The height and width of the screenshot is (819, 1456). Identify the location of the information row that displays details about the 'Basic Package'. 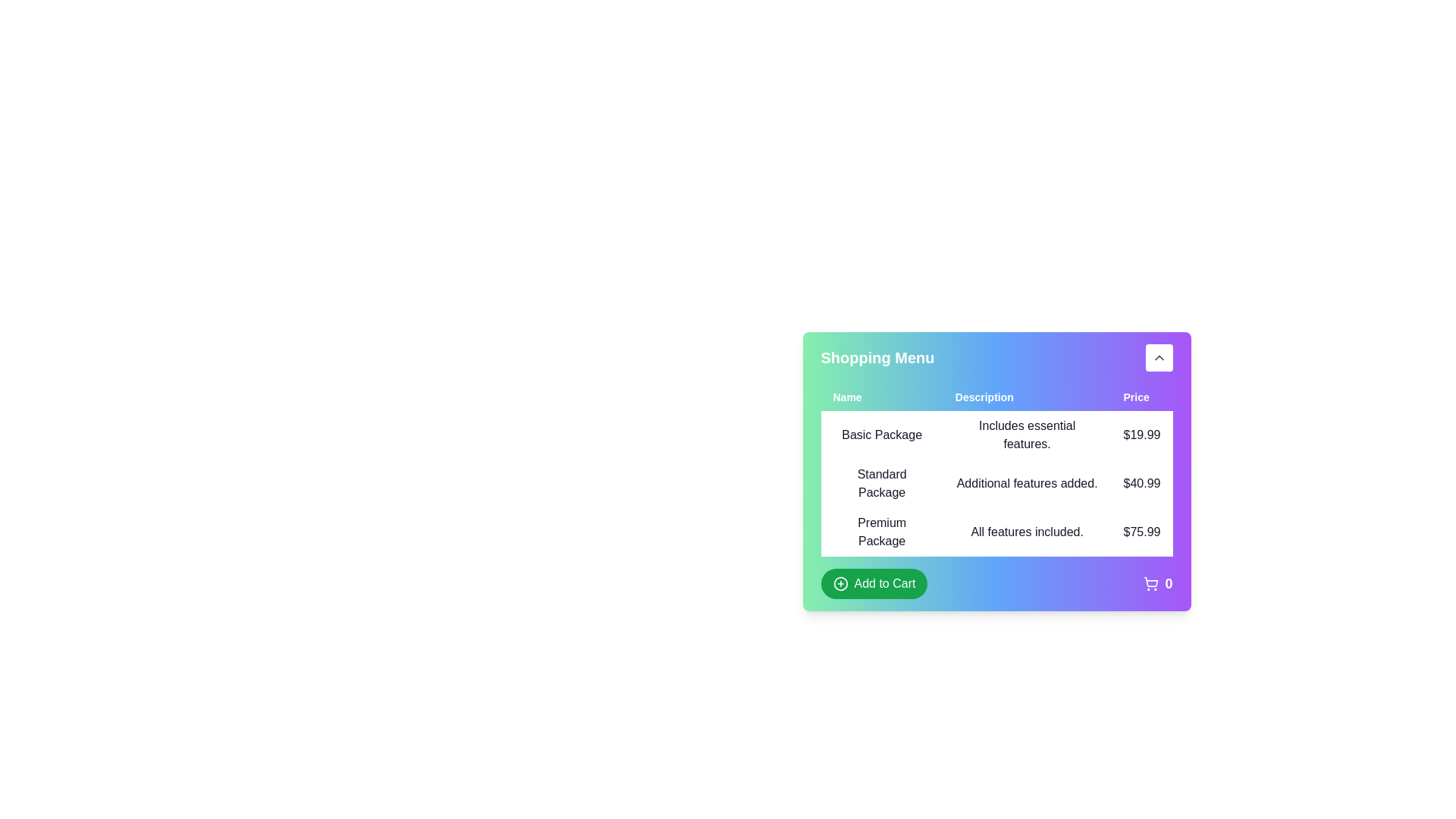
(996, 435).